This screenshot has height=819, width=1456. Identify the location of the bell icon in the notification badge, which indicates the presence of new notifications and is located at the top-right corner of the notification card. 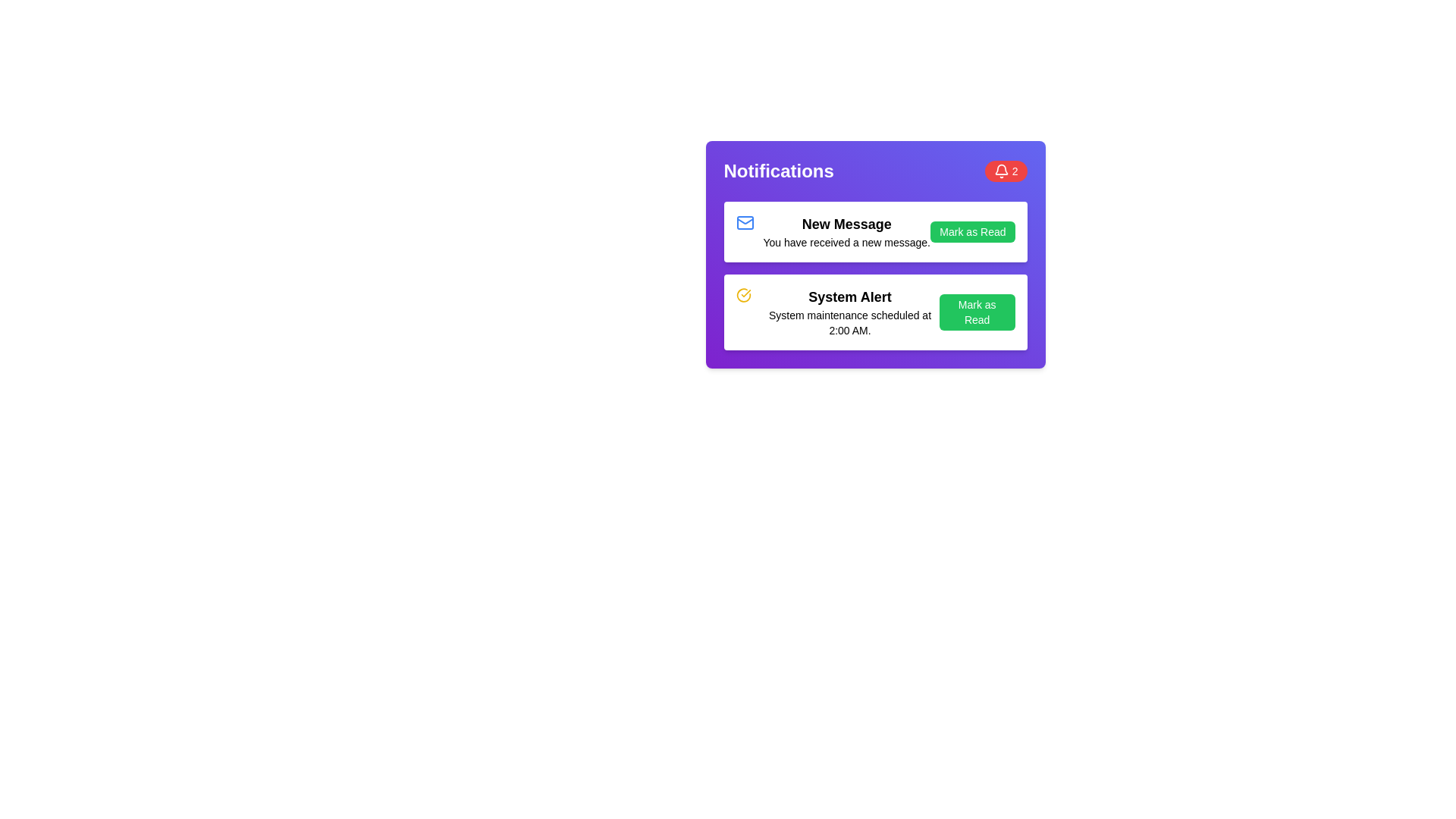
(1001, 171).